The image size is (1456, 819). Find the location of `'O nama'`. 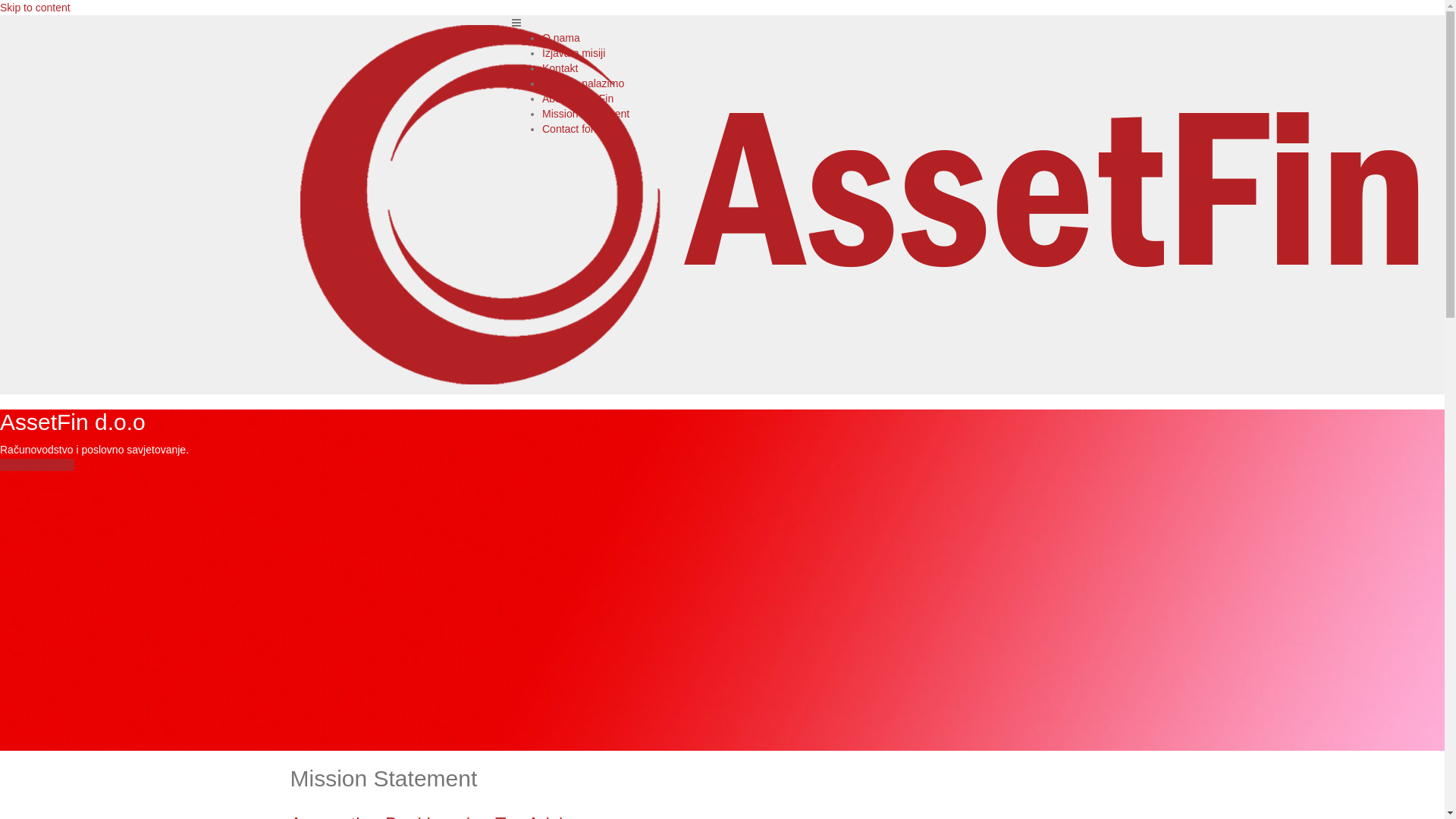

'O nama' is located at coordinates (560, 37).